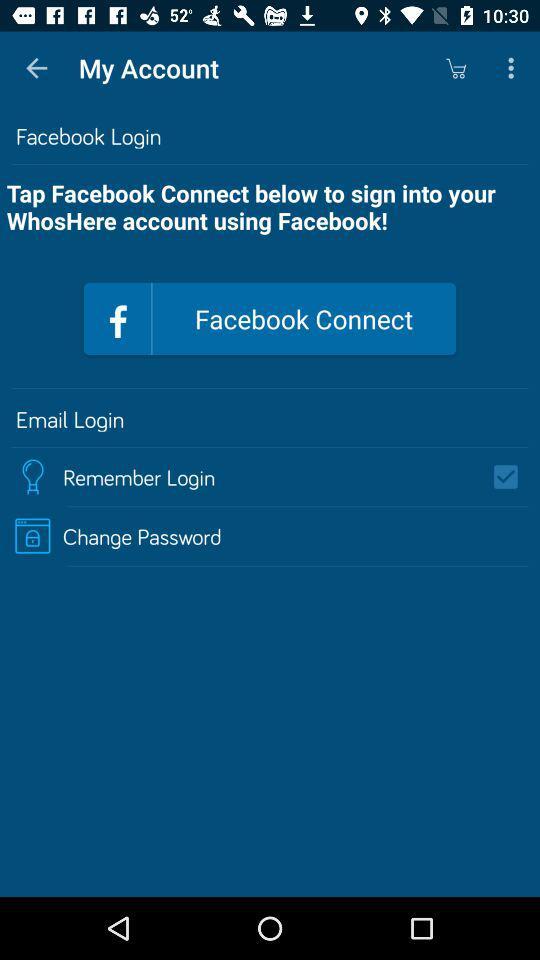 The image size is (540, 960). What do you see at coordinates (512, 477) in the screenshot?
I see `the item to the right of the remember login item` at bounding box center [512, 477].